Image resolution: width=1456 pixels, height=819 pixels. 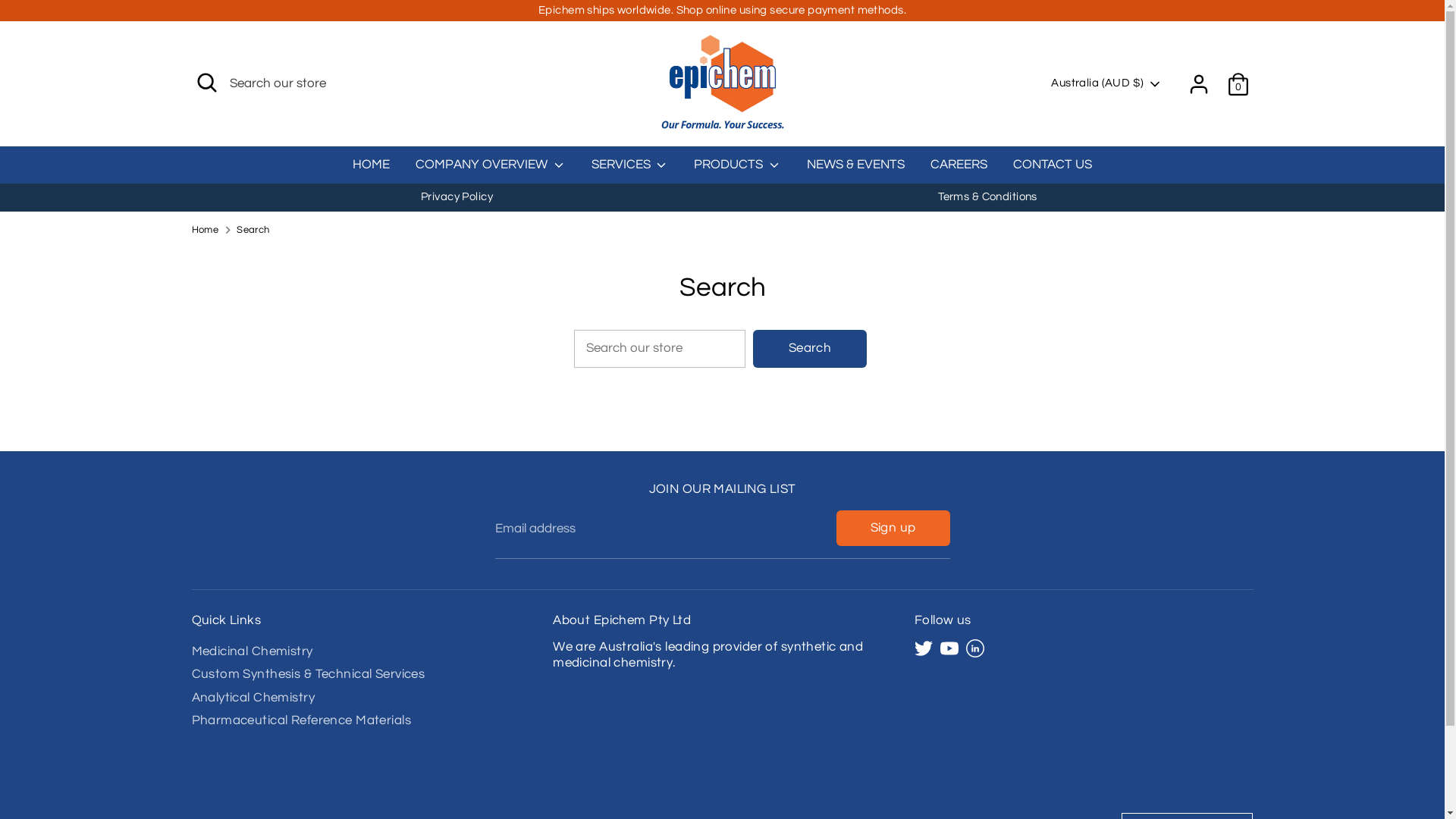 What do you see at coordinates (629, 169) in the screenshot?
I see `'SERVICES'` at bounding box center [629, 169].